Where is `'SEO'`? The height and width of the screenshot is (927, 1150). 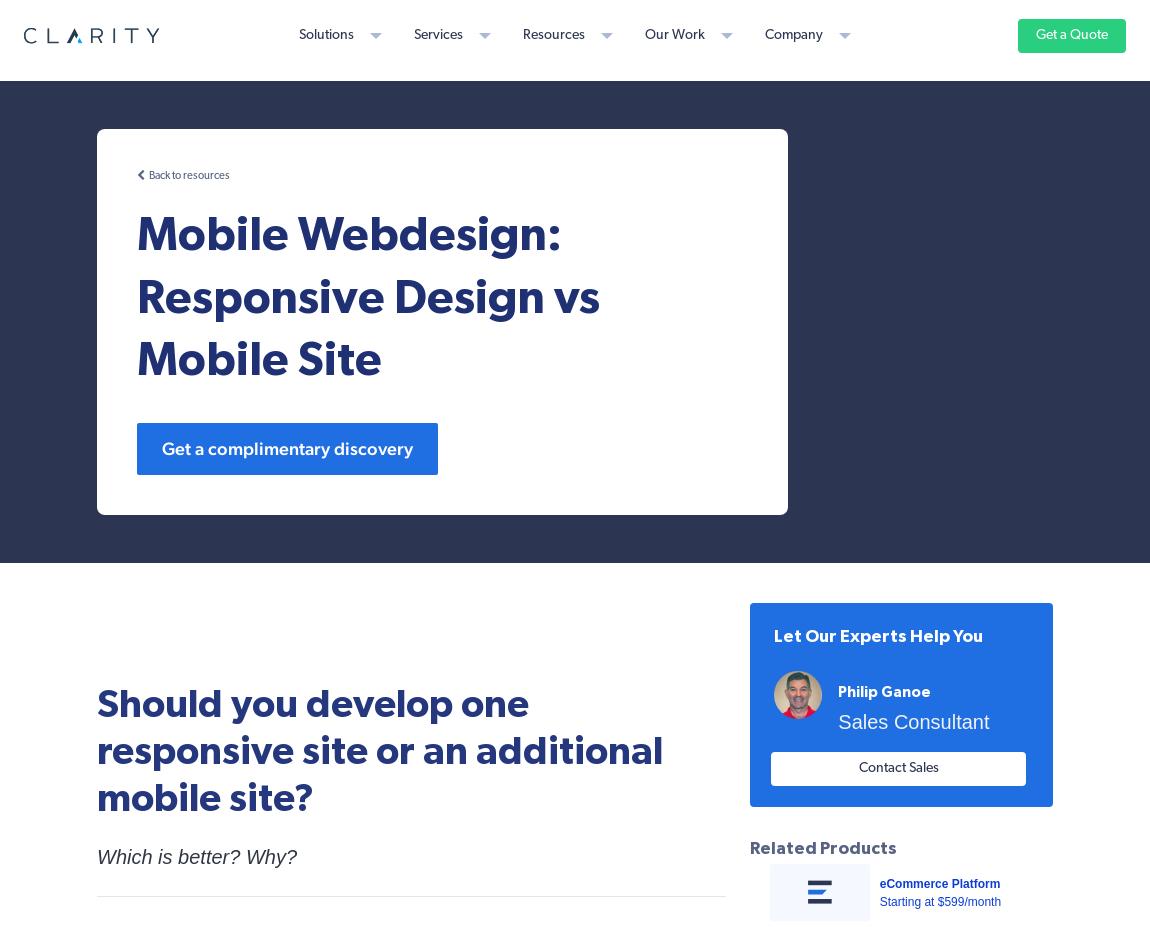
'SEO' is located at coordinates (246, 284).